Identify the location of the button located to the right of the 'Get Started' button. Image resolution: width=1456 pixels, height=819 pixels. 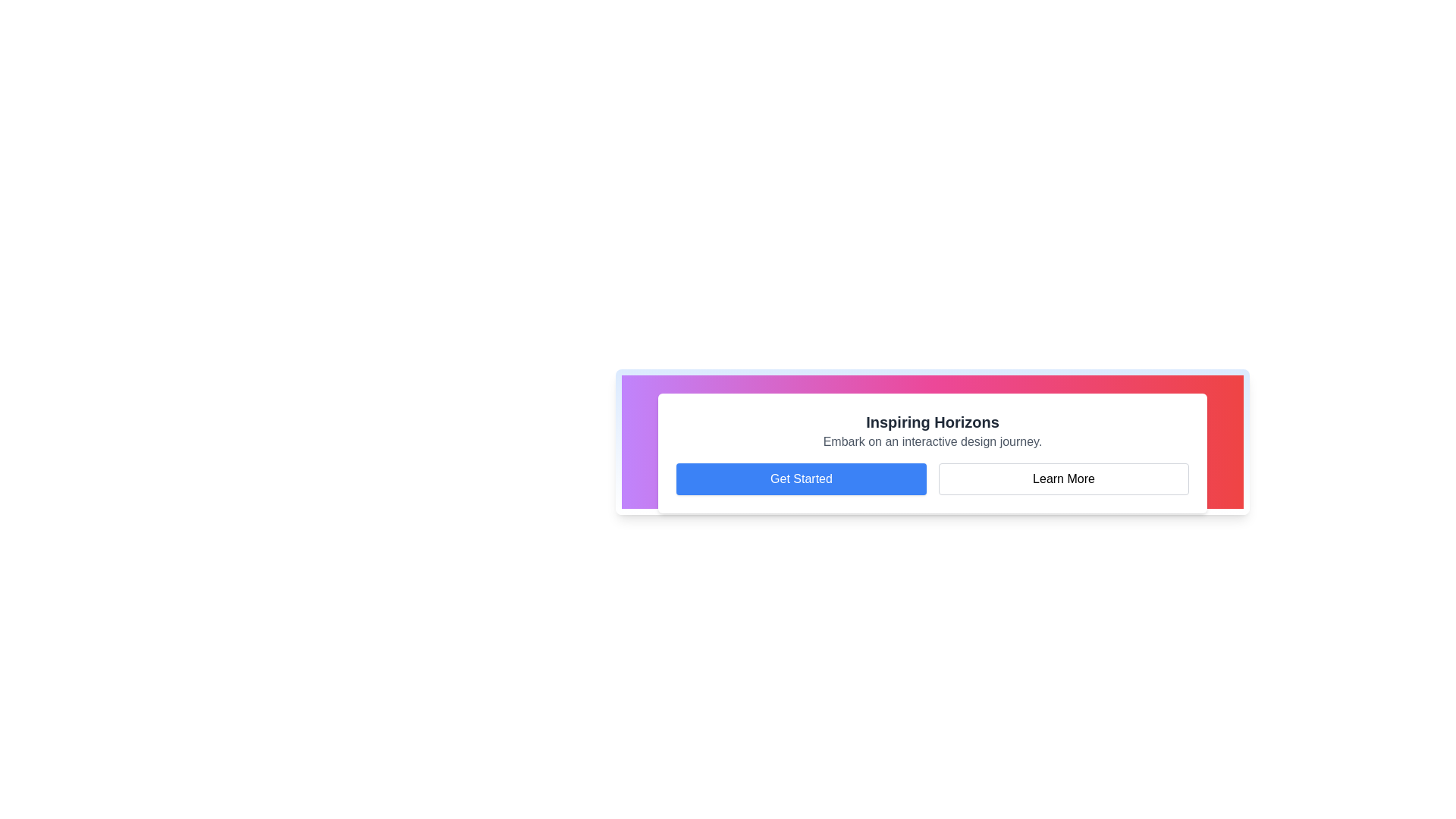
(1062, 479).